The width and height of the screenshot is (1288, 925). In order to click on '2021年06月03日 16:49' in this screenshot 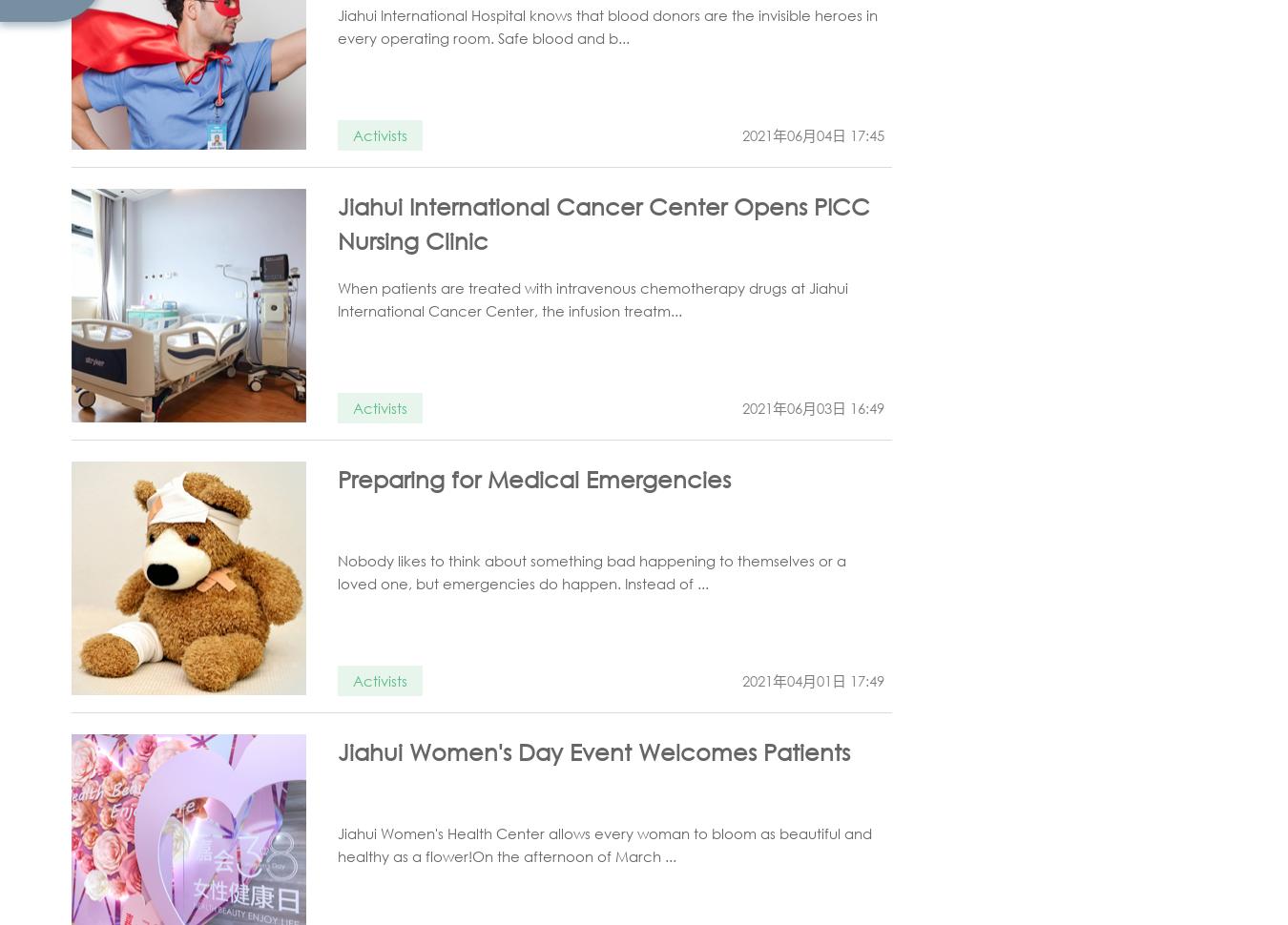, I will do `click(741, 407)`.